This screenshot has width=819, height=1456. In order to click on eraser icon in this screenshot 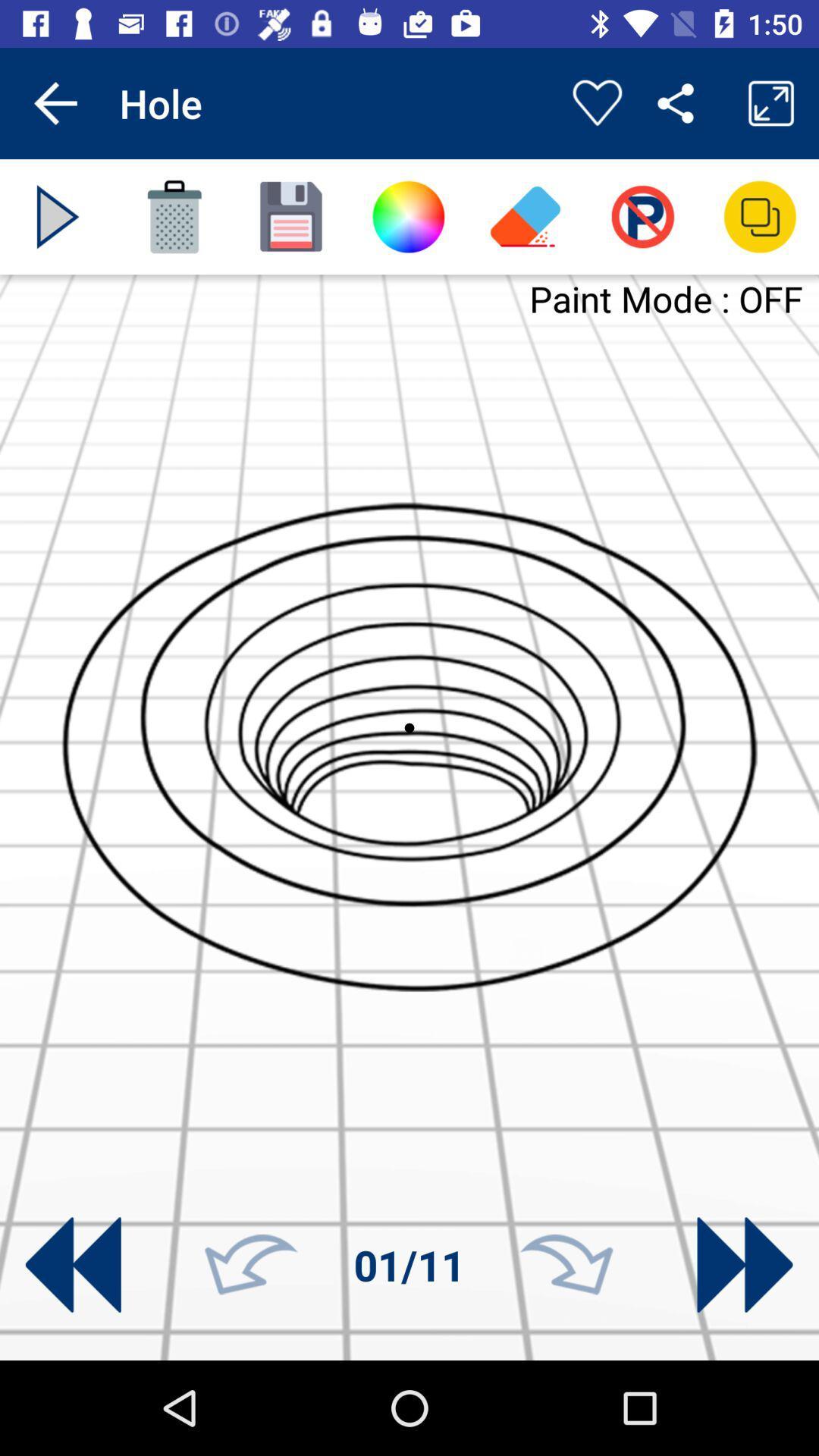, I will do `click(525, 216)`.